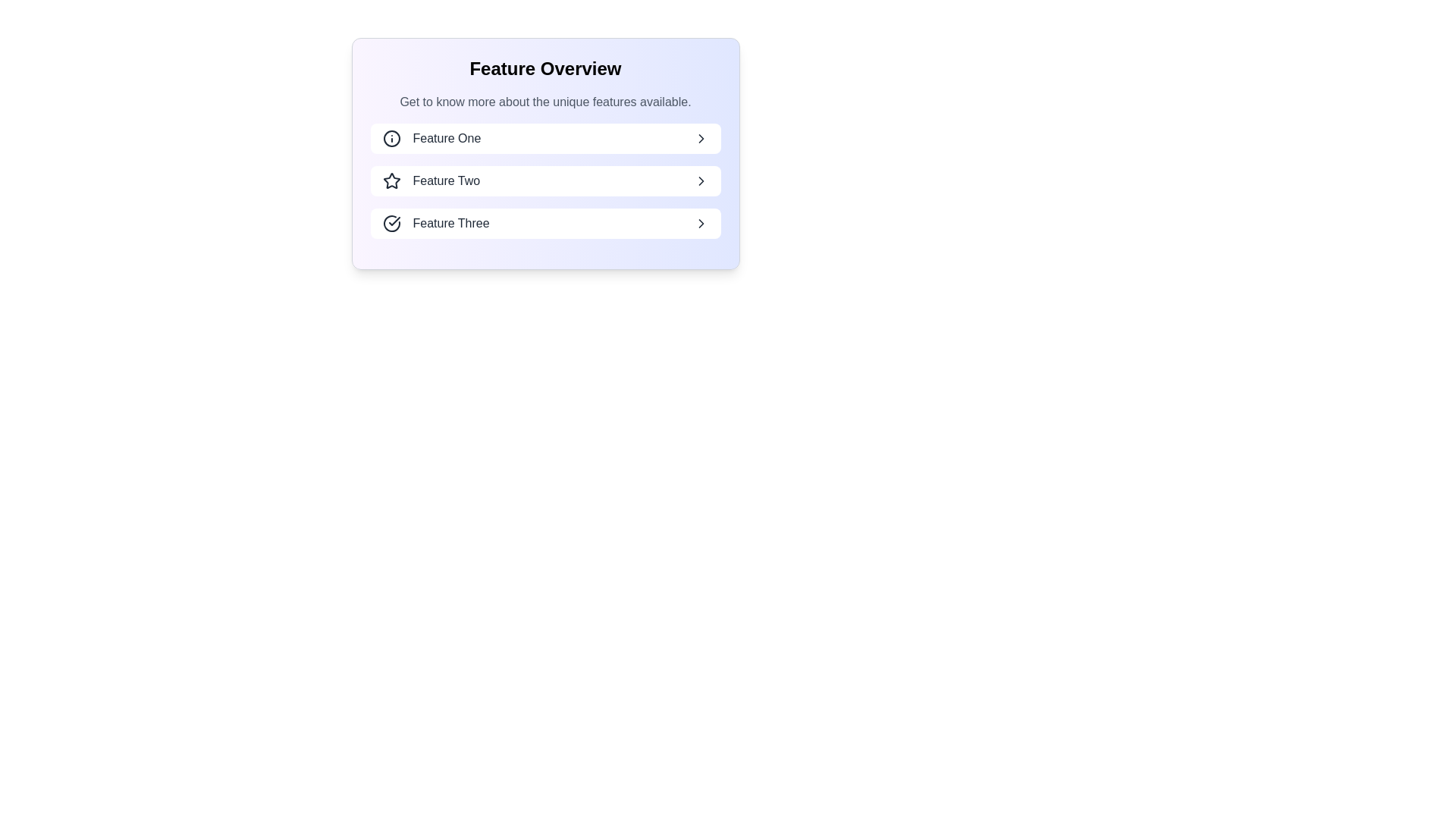 The height and width of the screenshot is (819, 1456). Describe the element at coordinates (391, 180) in the screenshot. I see `the star icon located in the second row of the vertical list of features, which is positioned to the left of 'Feature Two'` at that location.